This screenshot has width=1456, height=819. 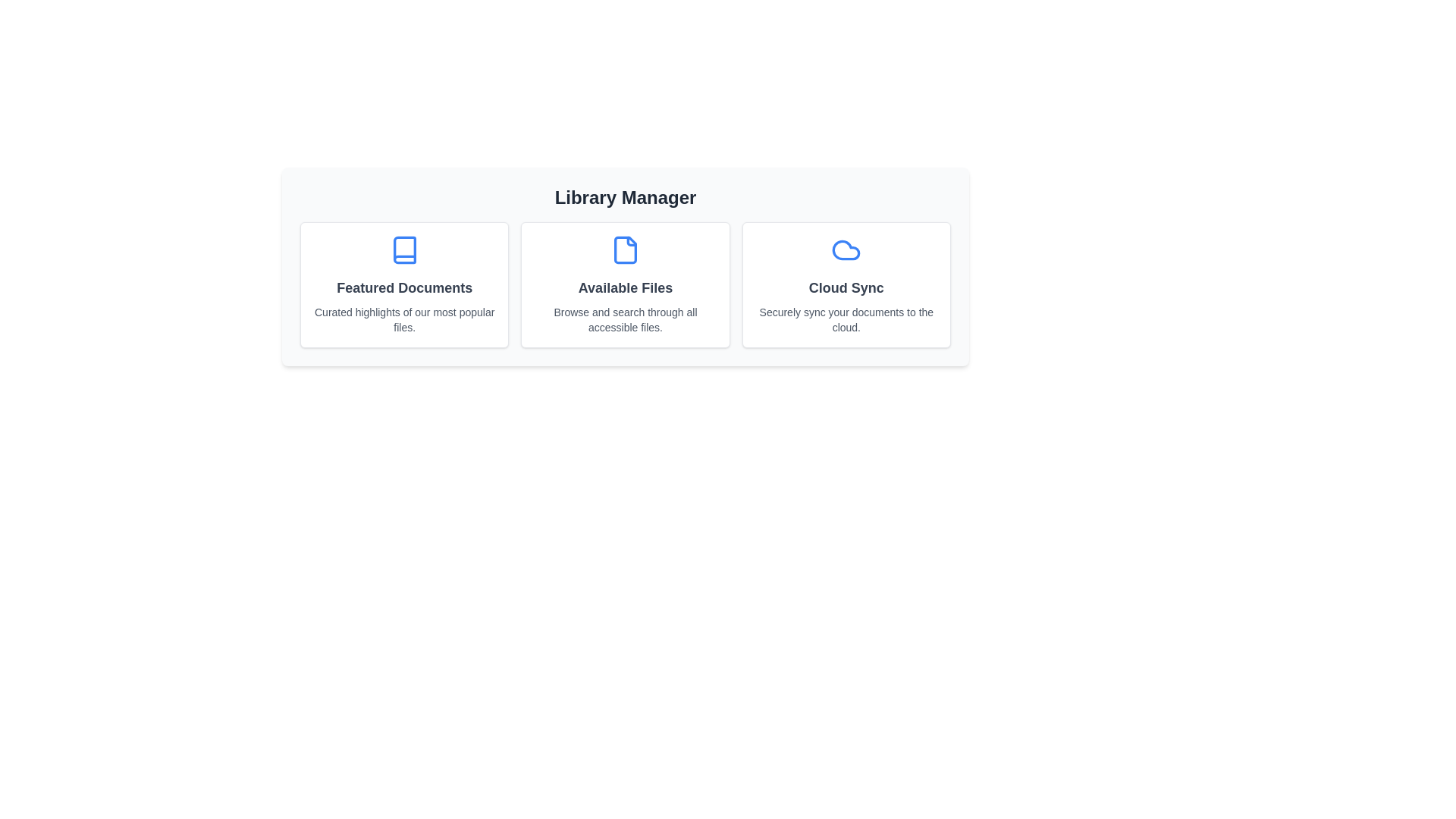 What do you see at coordinates (404, 284) in the screenshot?
I see `the Featured Documents section card to explore its details` at bounding box center [404, 284].